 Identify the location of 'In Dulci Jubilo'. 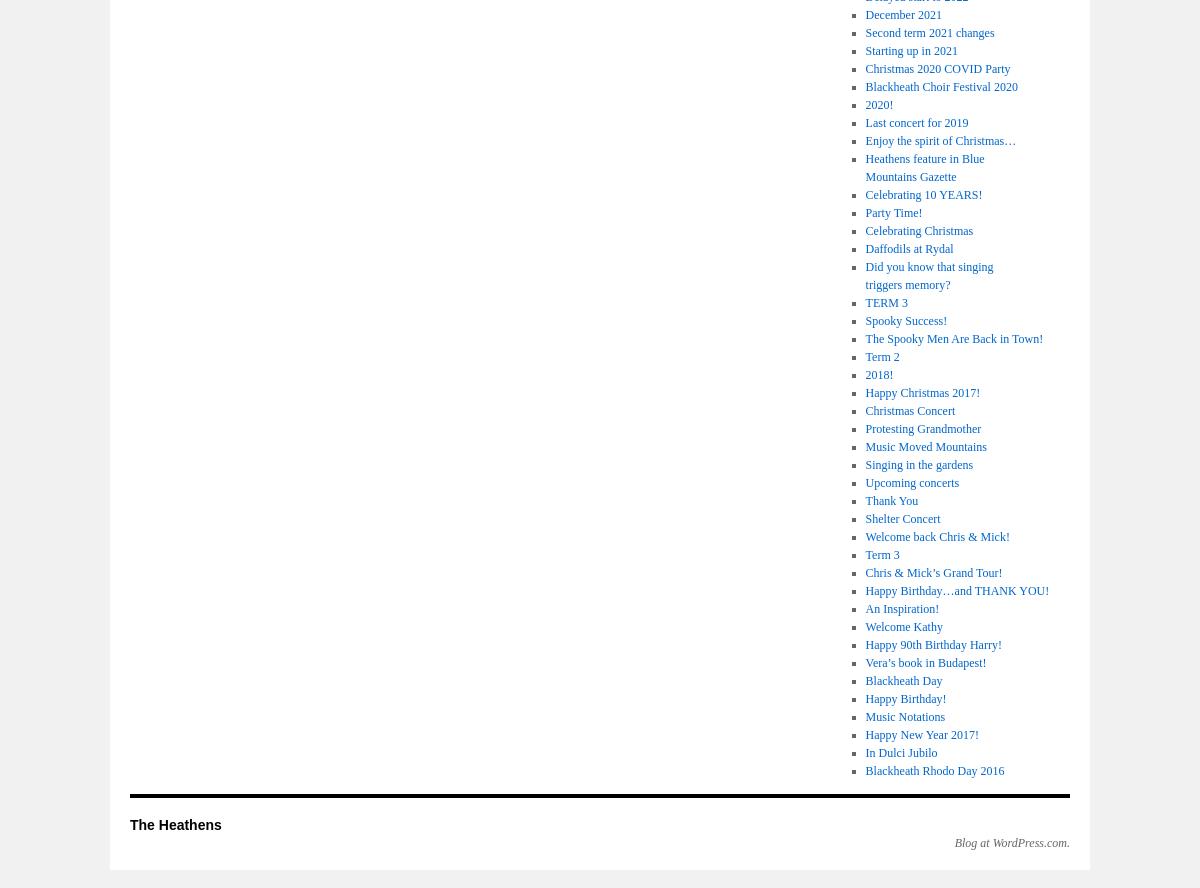
(900, 752).